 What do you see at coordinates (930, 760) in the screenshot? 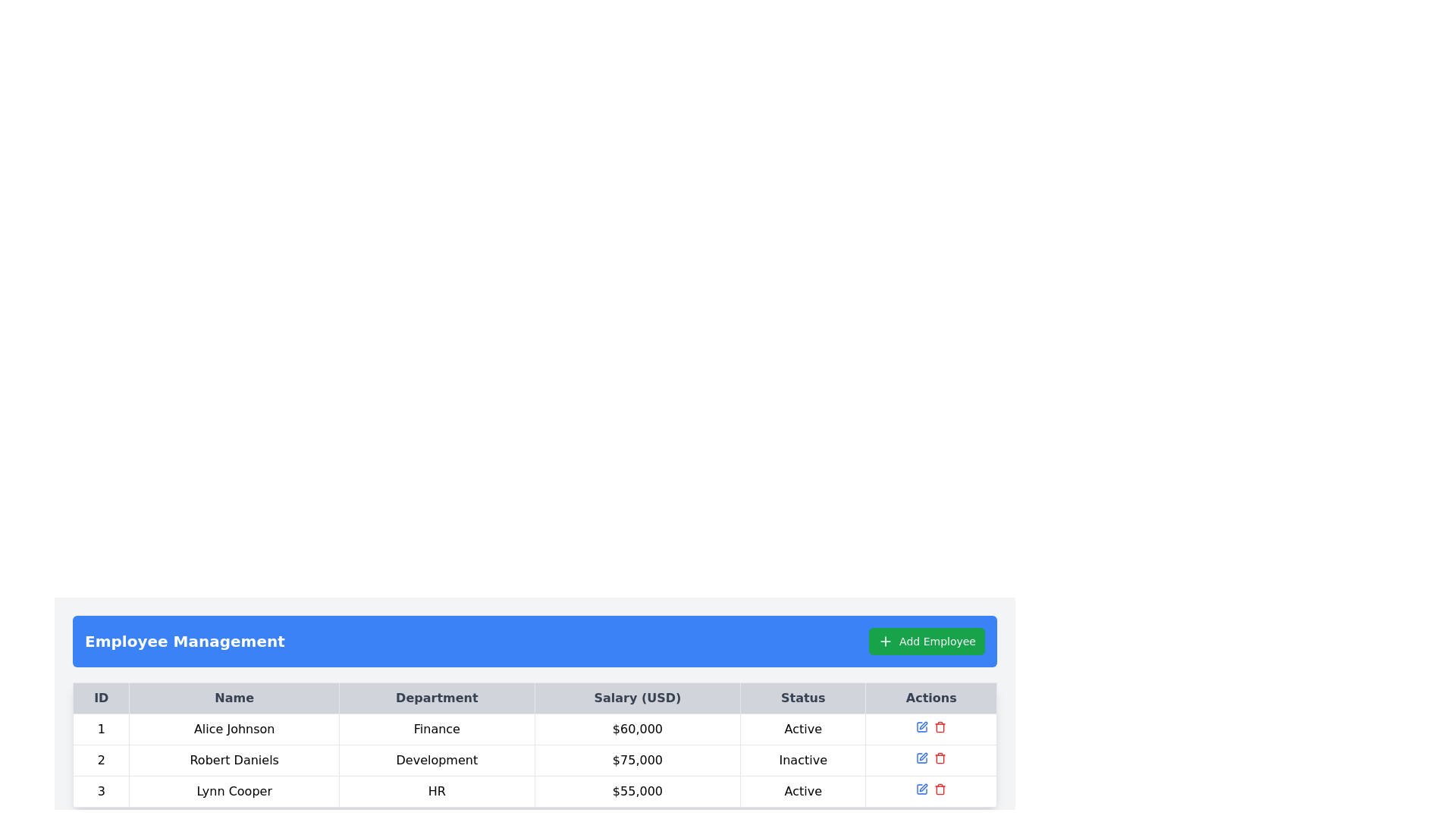
I see `the grouped interactive icons in the actions column of the row for 'Robert Daniels'` at bounding box center [930, 760].